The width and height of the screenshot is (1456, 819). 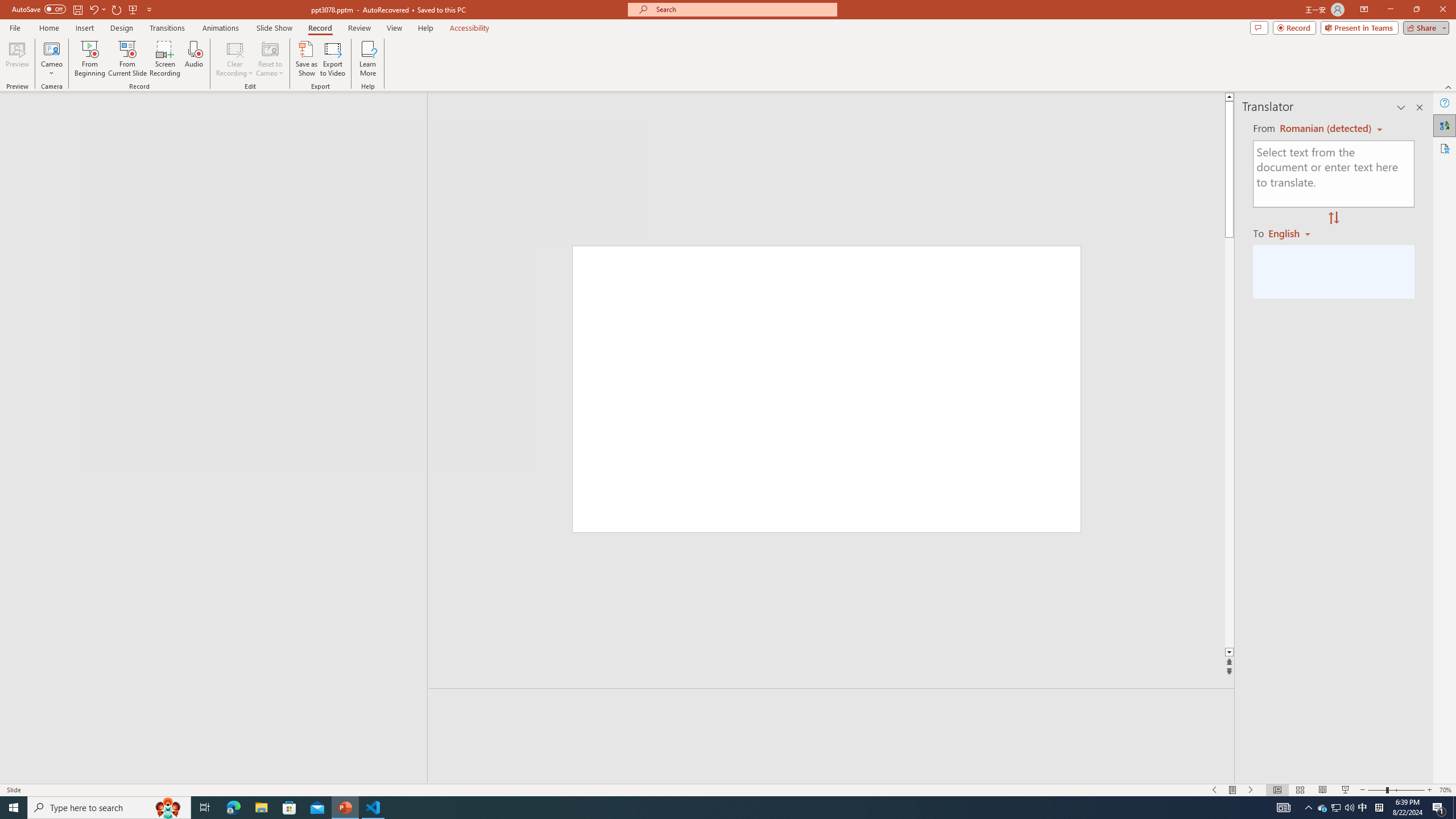 What do you see at coordinates (1376, 790) in the screenshot?
I see `'Zoom Out'` at bounding box center [1376, 790].